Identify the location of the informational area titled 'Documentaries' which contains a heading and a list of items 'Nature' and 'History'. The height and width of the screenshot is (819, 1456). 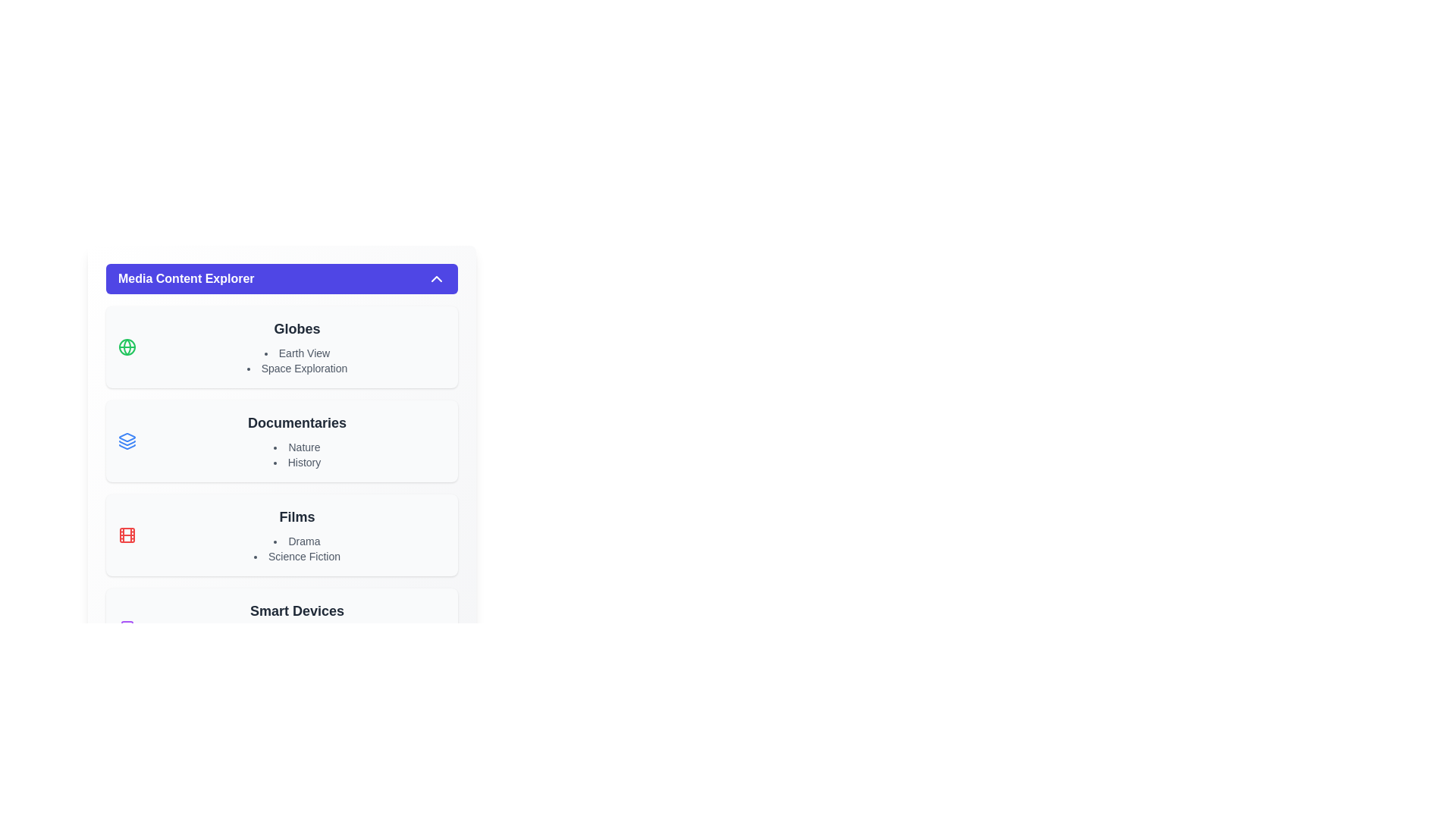
(282, 441).